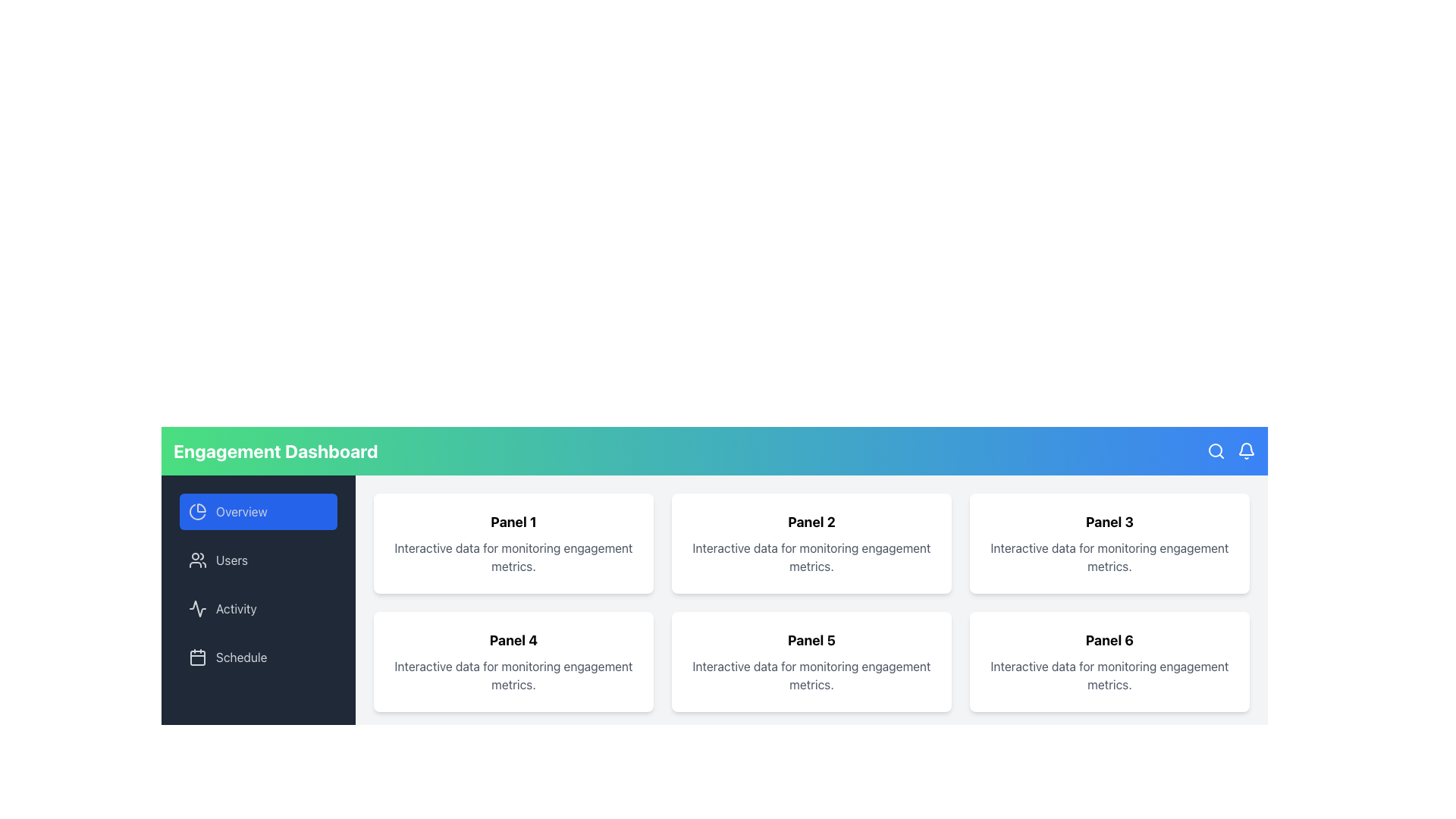 The width and height of the screenshot is (1456, 819). I want to click on text content of the bold, large font label 'Panel 5' located at the top-center of the fifth card in a grid of six cards, so click(811, 640).